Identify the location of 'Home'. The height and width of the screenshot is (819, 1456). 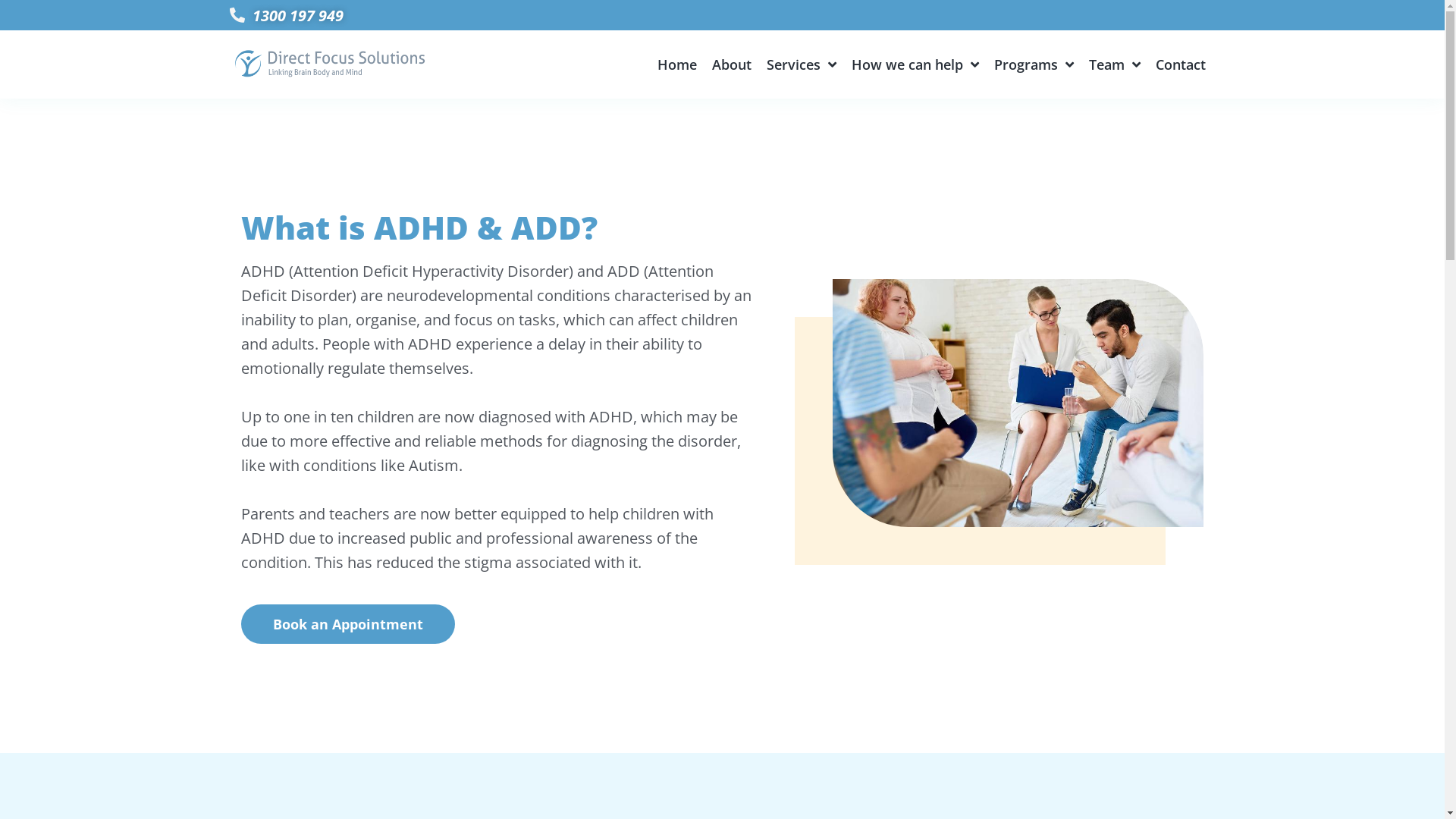
(657, 63).